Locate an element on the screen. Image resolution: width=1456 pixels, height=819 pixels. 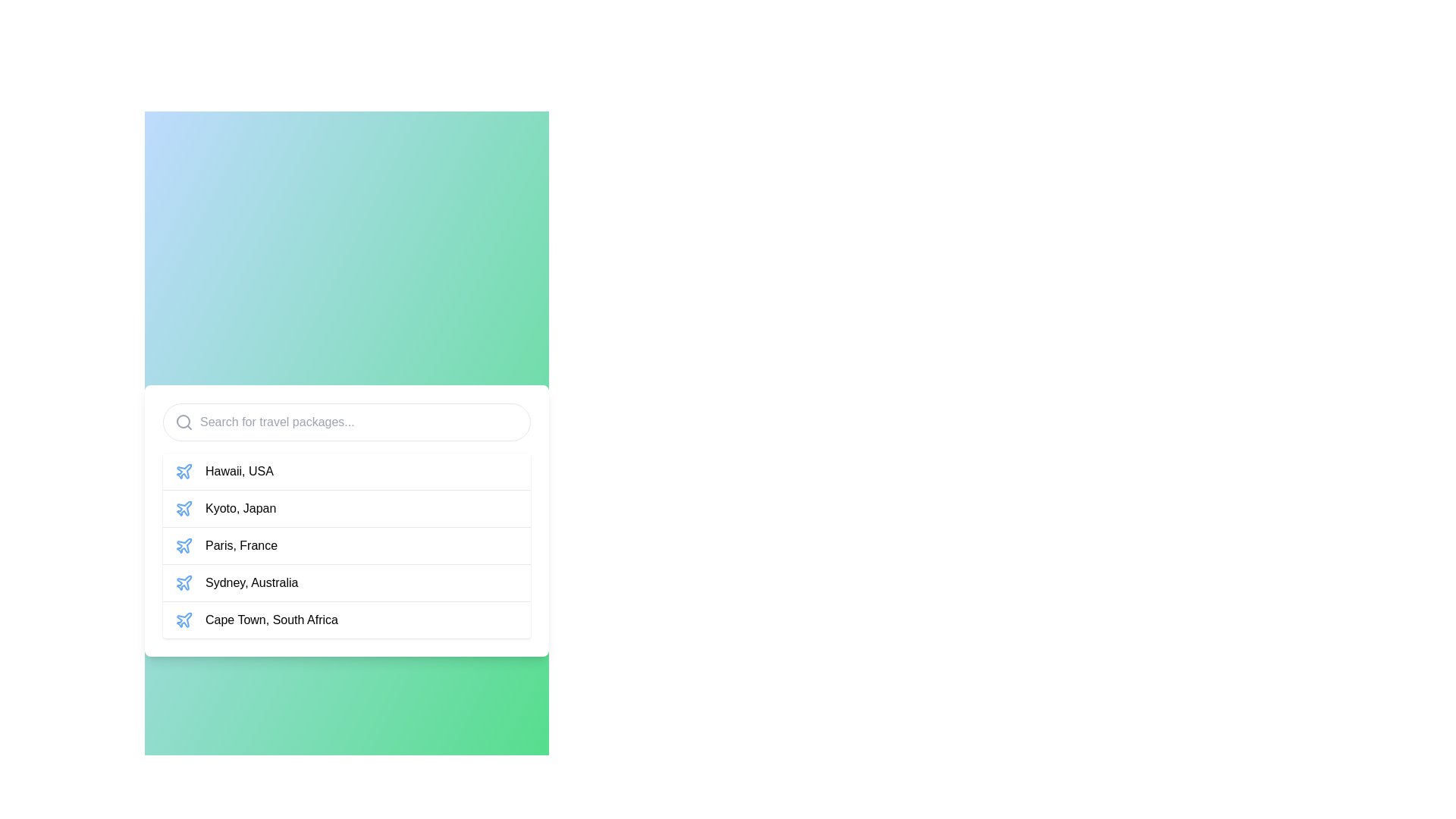
the label representing the destination 'Kyoto, Japan' is located at coordinates (240, 509).